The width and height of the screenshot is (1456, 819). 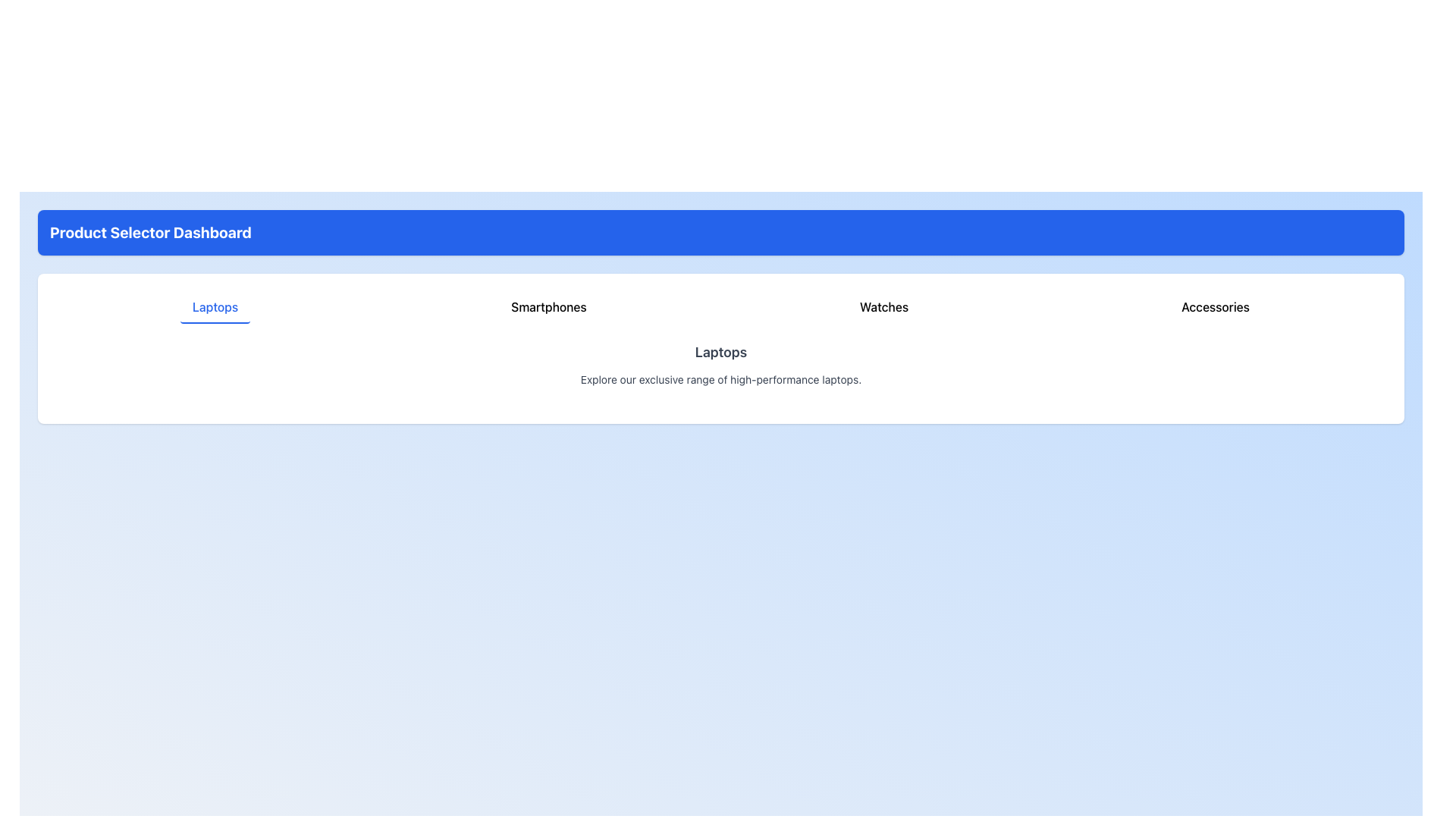 I want to click on the 'Smartphones' text link in the horizontal navigation menu, so click(x=548, y=307).